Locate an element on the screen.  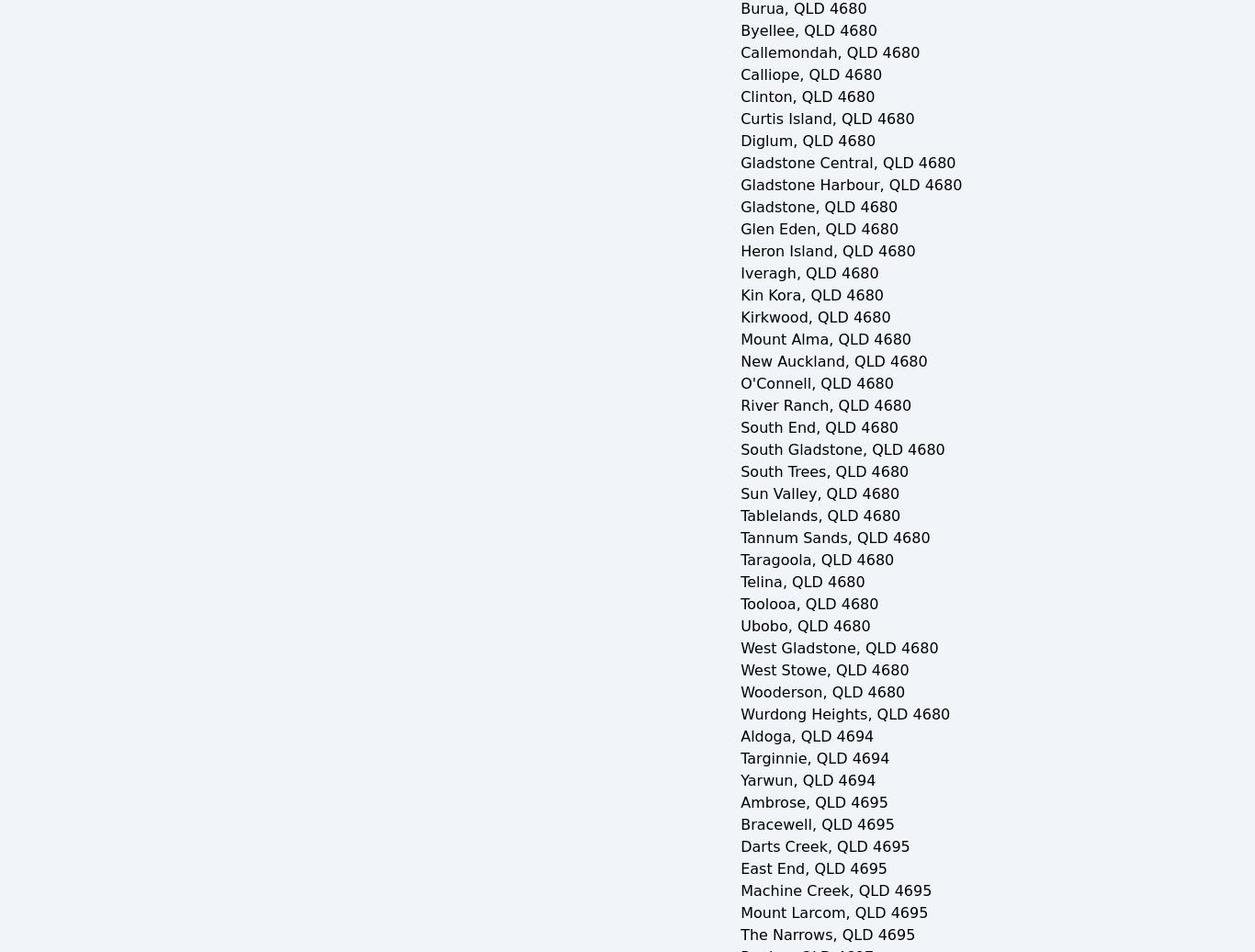
'Heron Island, QLD 4680' is located at coordinates (739, 251).